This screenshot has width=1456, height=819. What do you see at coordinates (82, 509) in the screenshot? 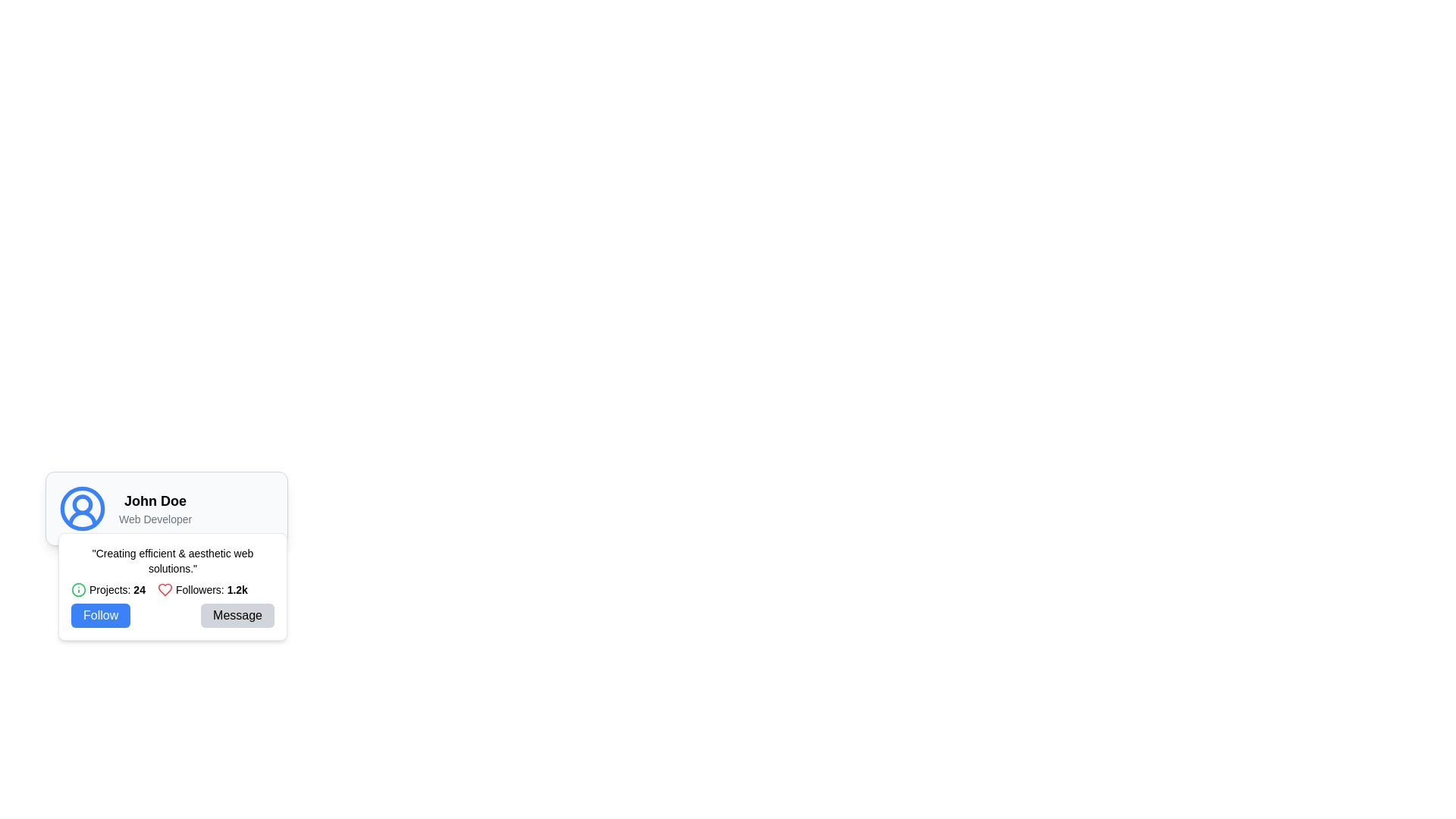
I see `the user profile icon located at the top-left corner of the card component, adjacent to the user's name 'John Doe' and title 'Web Developer', for accessibility purposes` at bounding box center [82, 509].